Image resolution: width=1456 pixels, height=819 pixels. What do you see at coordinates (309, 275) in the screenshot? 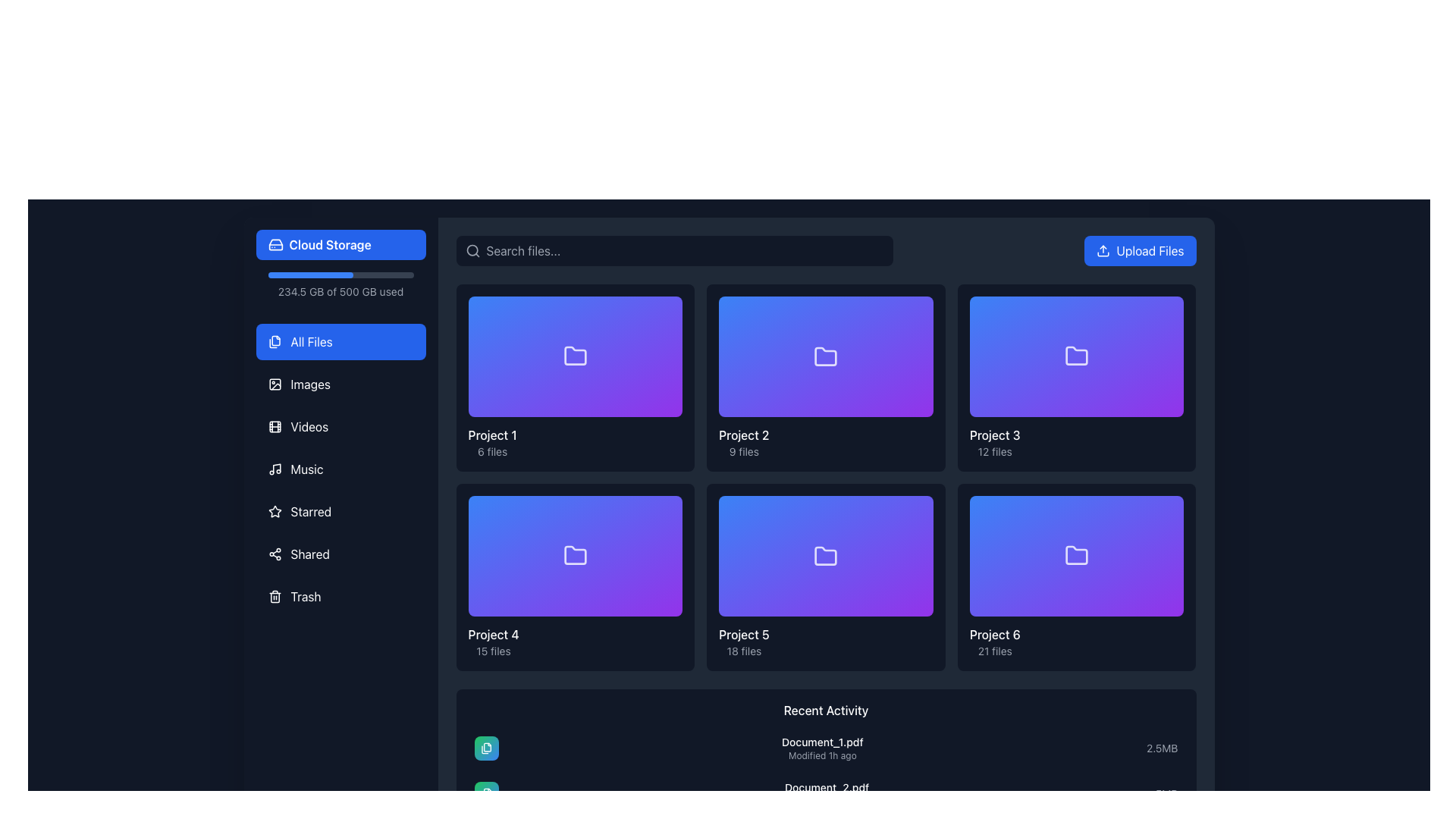
I see `the blue filled segment of the progress bar located beneath the 'Cloud Storage' label in the left sidebar` at bounding box center [309, 275].